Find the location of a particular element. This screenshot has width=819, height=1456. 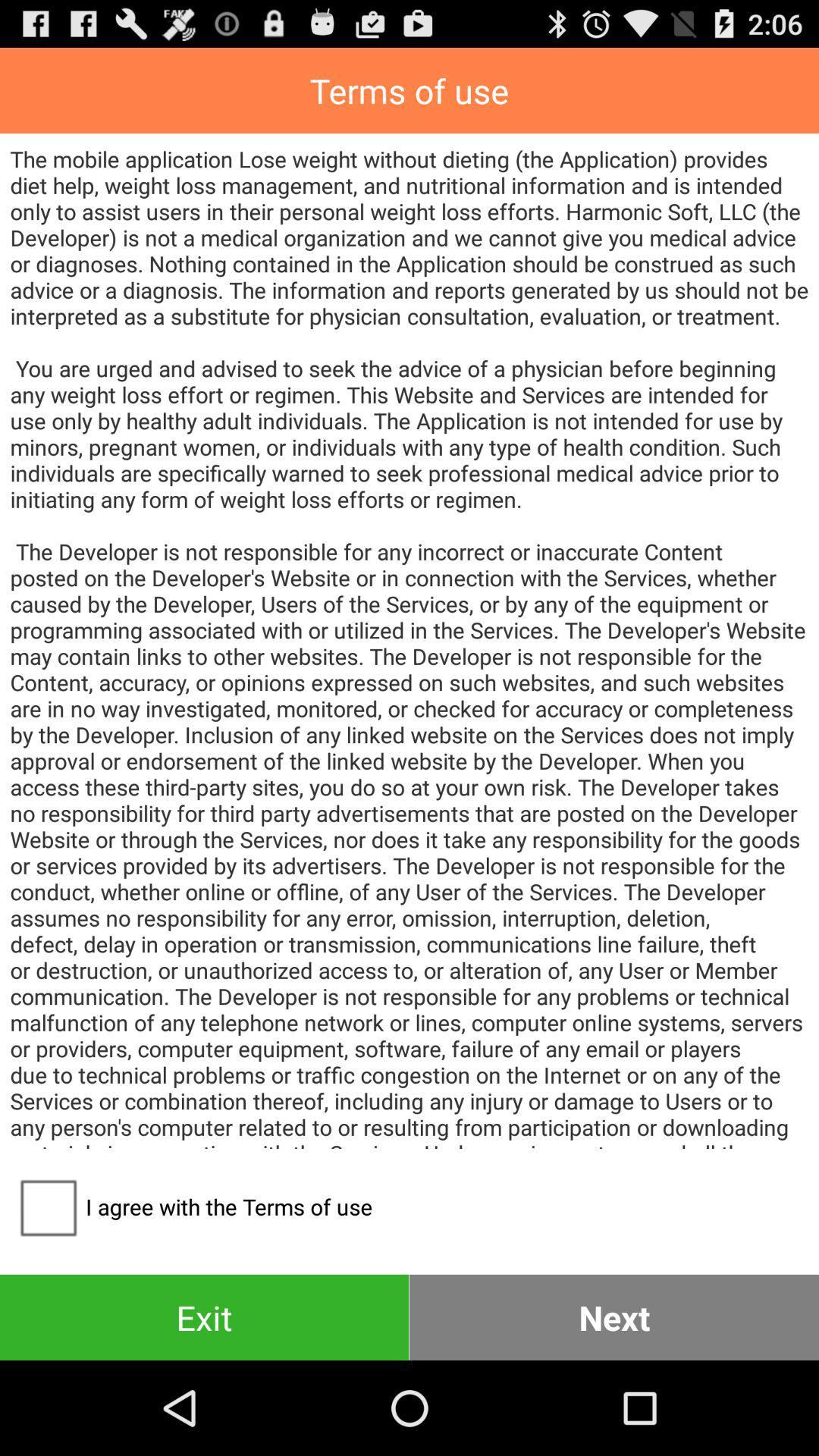

the button next to the exit is located at coordinates (614, 1316).